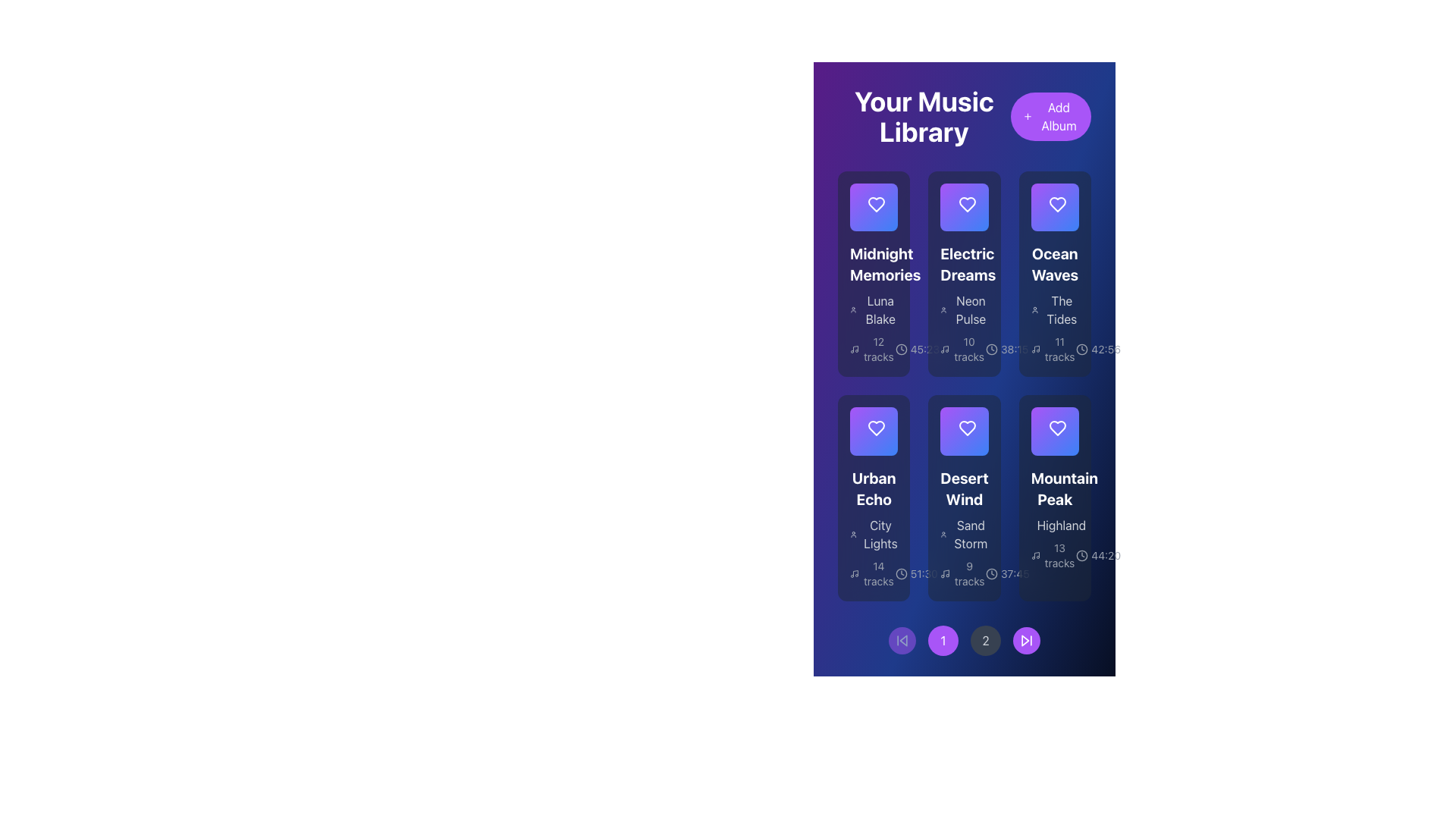 The height and width of the screenshot is (819, 1456). Describe the element at coordinates (915, 573) in the screenshot. I see `the informational label displaying the time value '51:30' with a clock icon on the left, located within the 'Urban Echo' card, positioned after '14 tracks' and the music icon` at that location.